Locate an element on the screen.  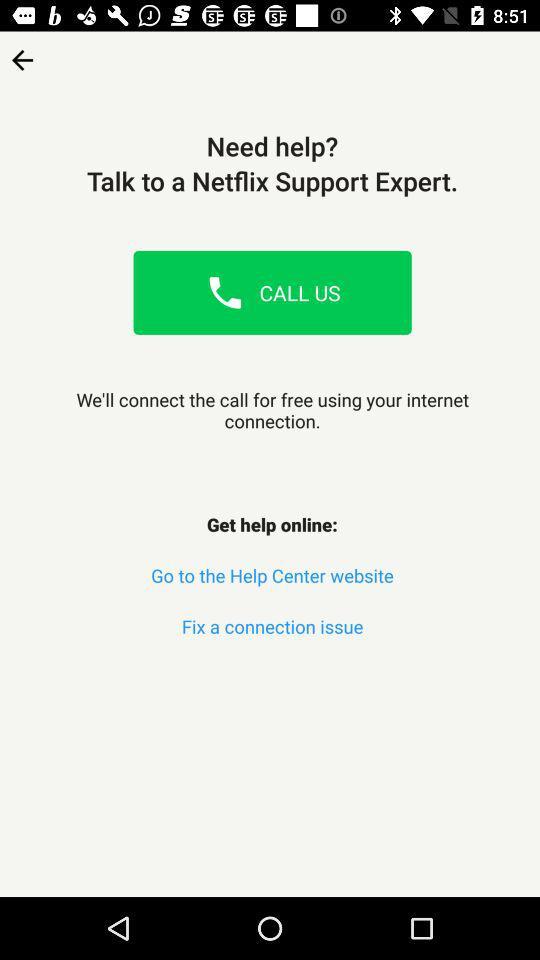
the go to the is located at coordinates (271, 575).